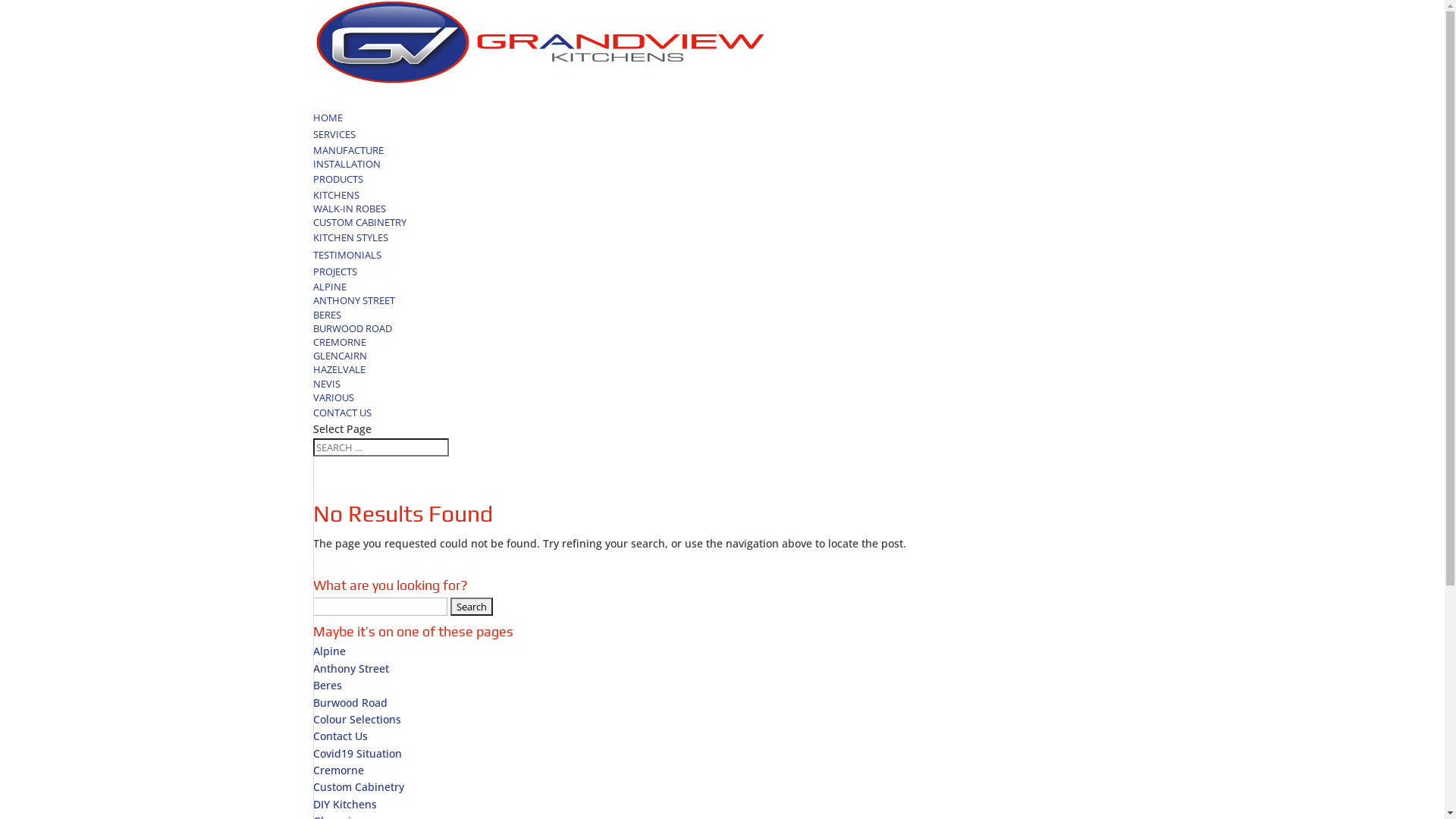  What do you see at coordinates (312, 314) in the screenshot?
I see `'BERES'` at bounding box center [312, 314].